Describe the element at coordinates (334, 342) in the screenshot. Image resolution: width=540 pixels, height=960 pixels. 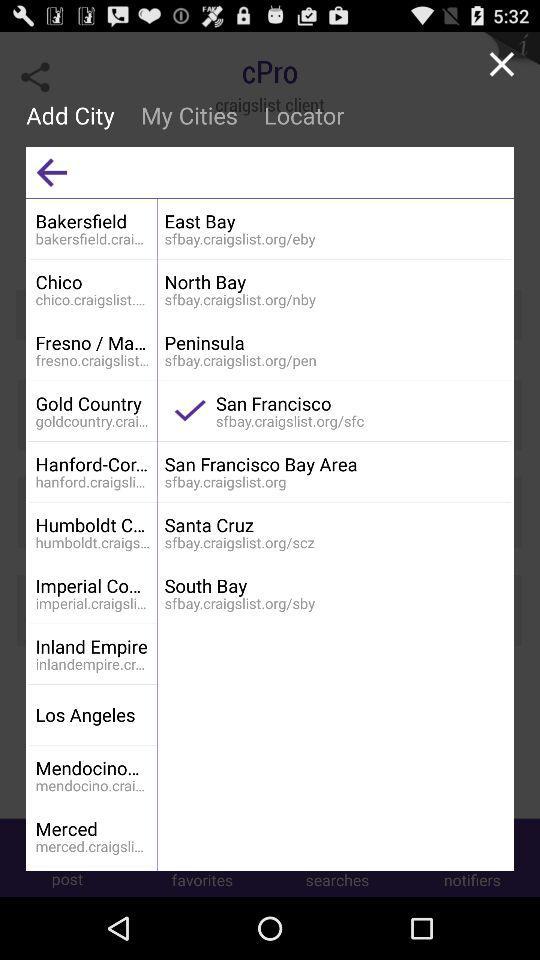
I see `peninsula item` at that location.